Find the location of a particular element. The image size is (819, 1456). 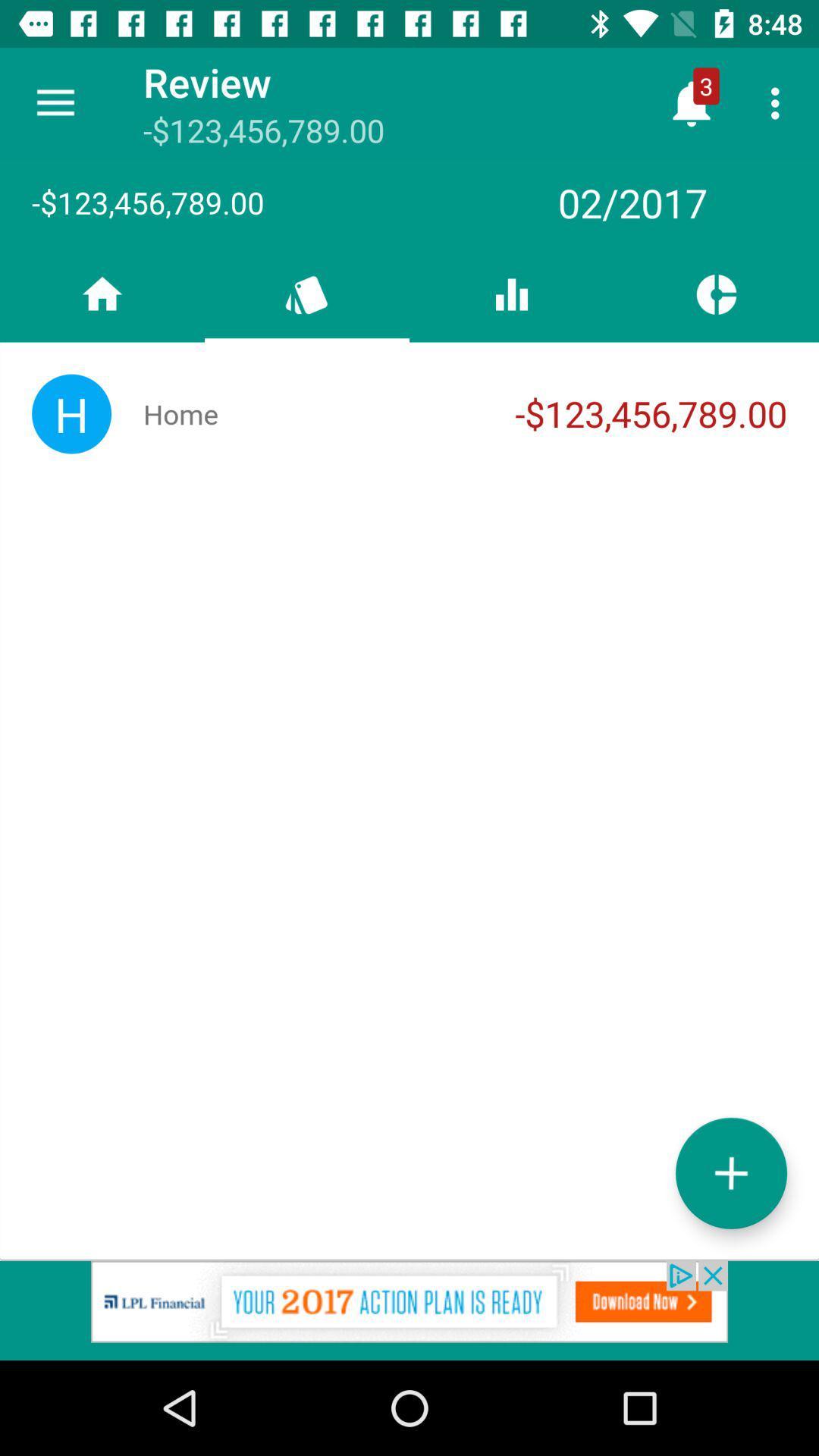

open advertisement is located at coordinates (409, 1310).